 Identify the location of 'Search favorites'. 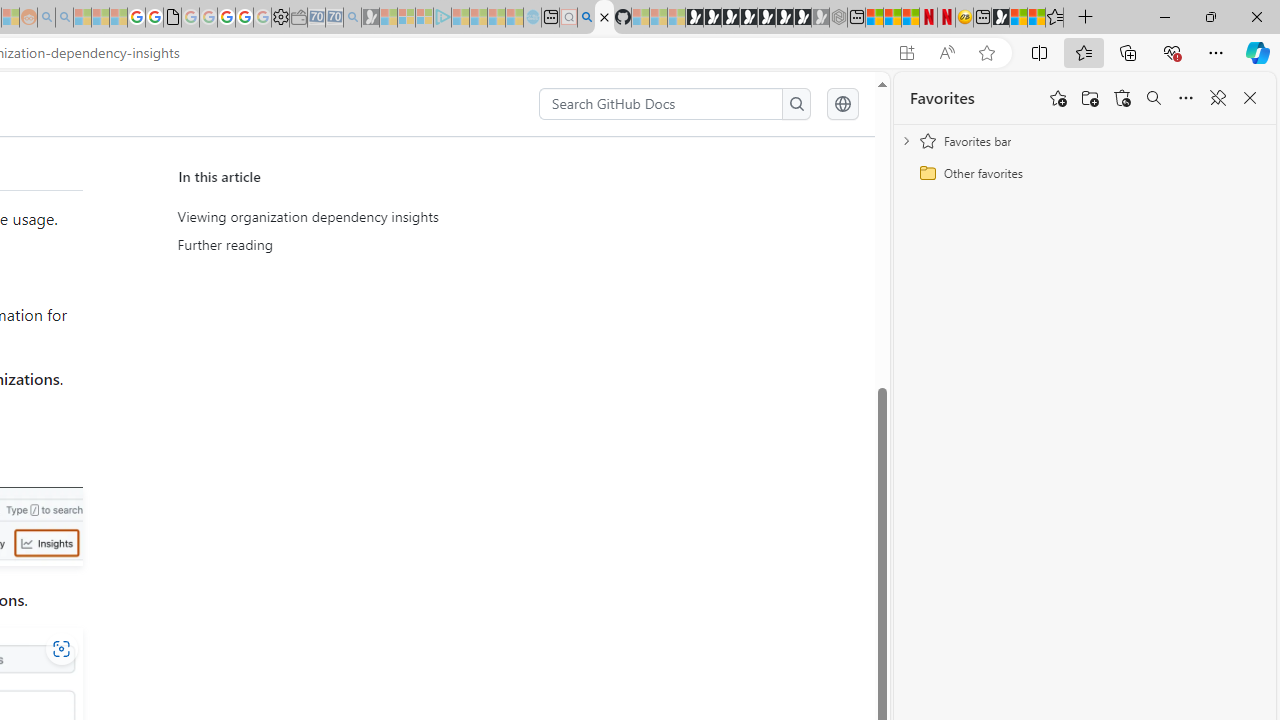
(1153, 98).